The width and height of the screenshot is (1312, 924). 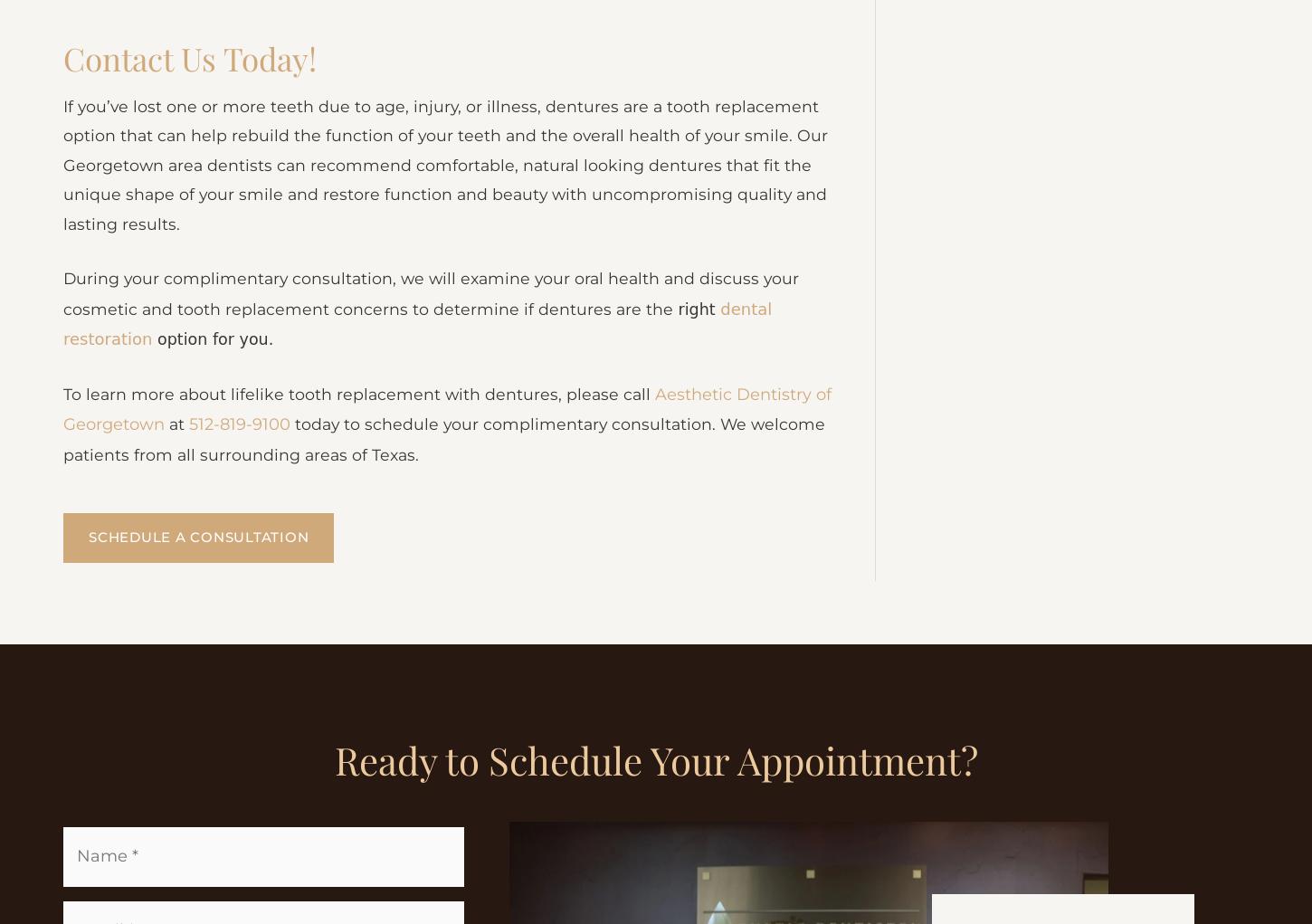 What do you see at coordinates (89, 664) in the screenshot?
I see `'Schedule A Consultation'` at bounding box center [89, 664].